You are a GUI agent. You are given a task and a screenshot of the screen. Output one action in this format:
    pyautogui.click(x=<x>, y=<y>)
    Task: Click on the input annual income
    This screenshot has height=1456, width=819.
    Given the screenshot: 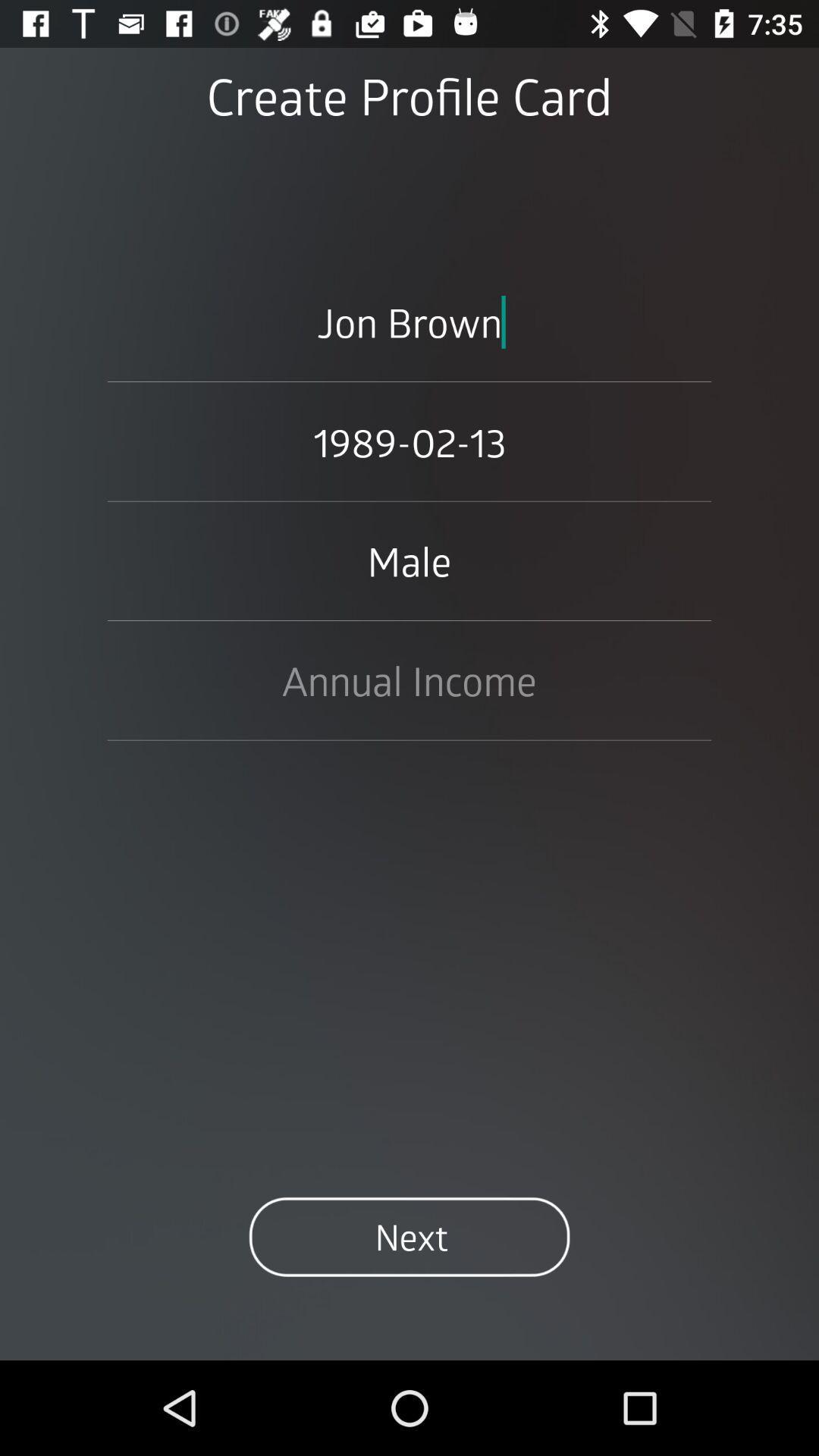 What is the action you would take?
    pyautogui.click(x=409, y=679)
    